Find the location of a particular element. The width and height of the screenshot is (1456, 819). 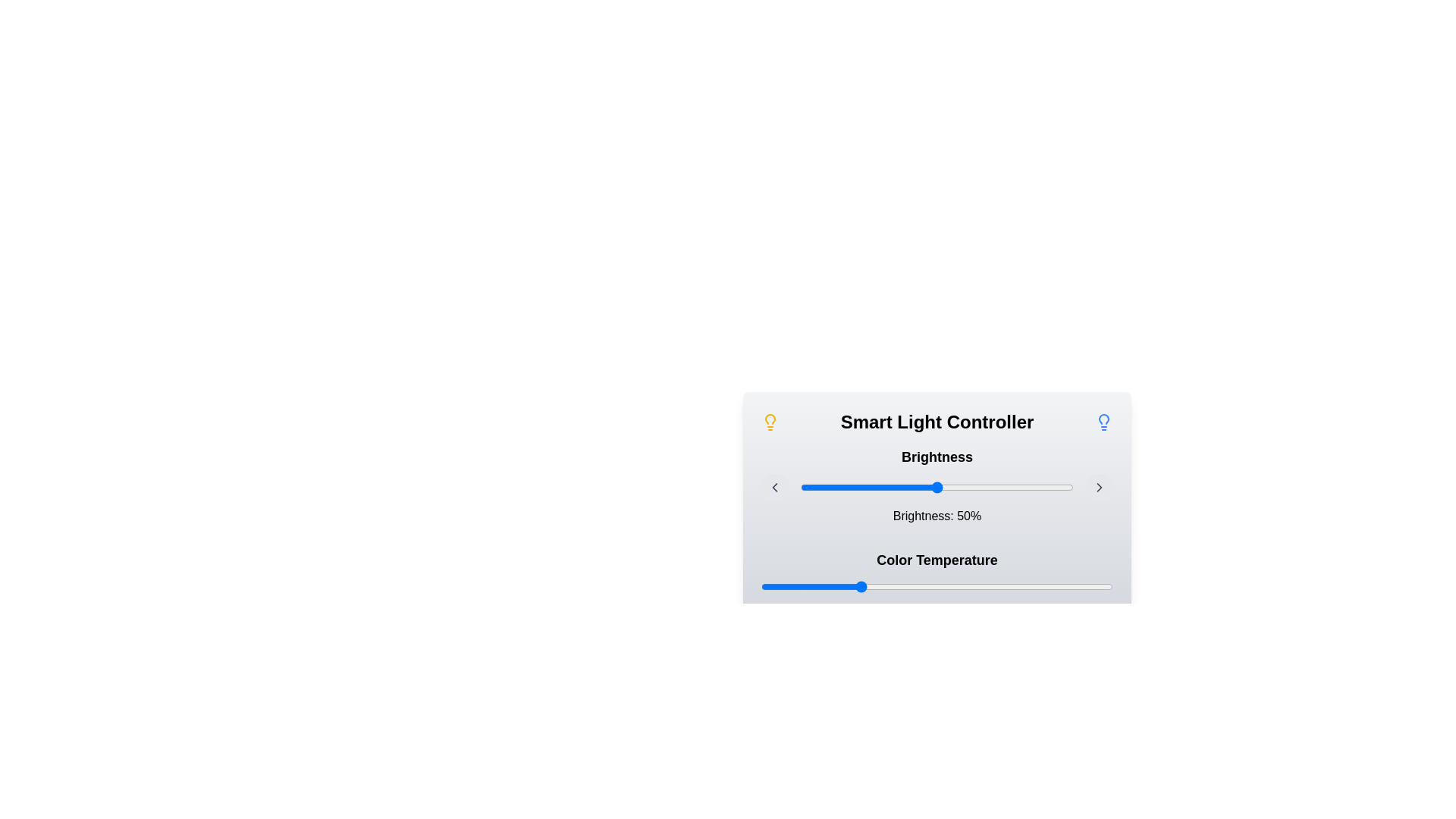

the color temperature is located at coordinates (956, 586).